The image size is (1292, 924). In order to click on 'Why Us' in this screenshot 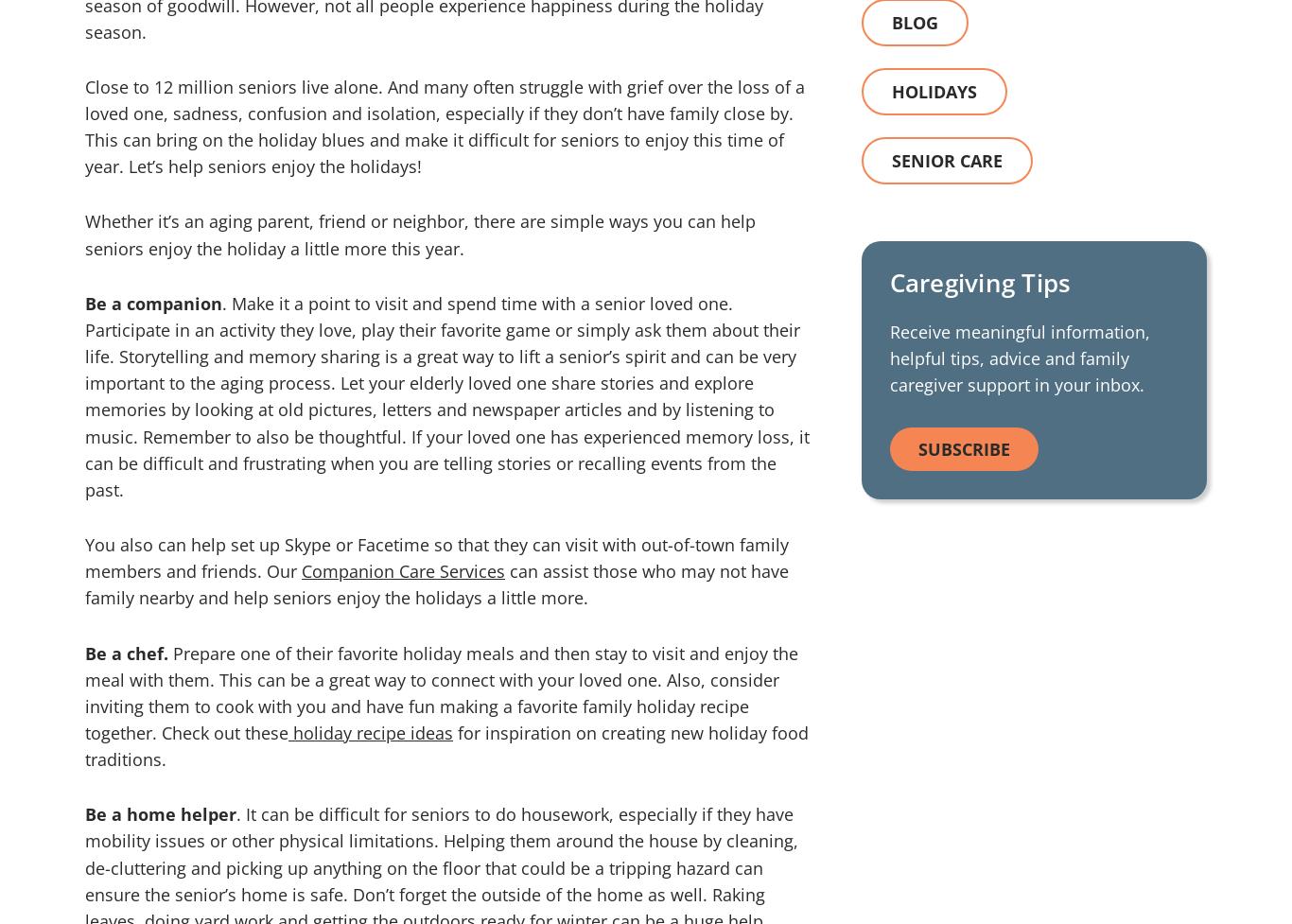, I will do `click(406, 134)`.